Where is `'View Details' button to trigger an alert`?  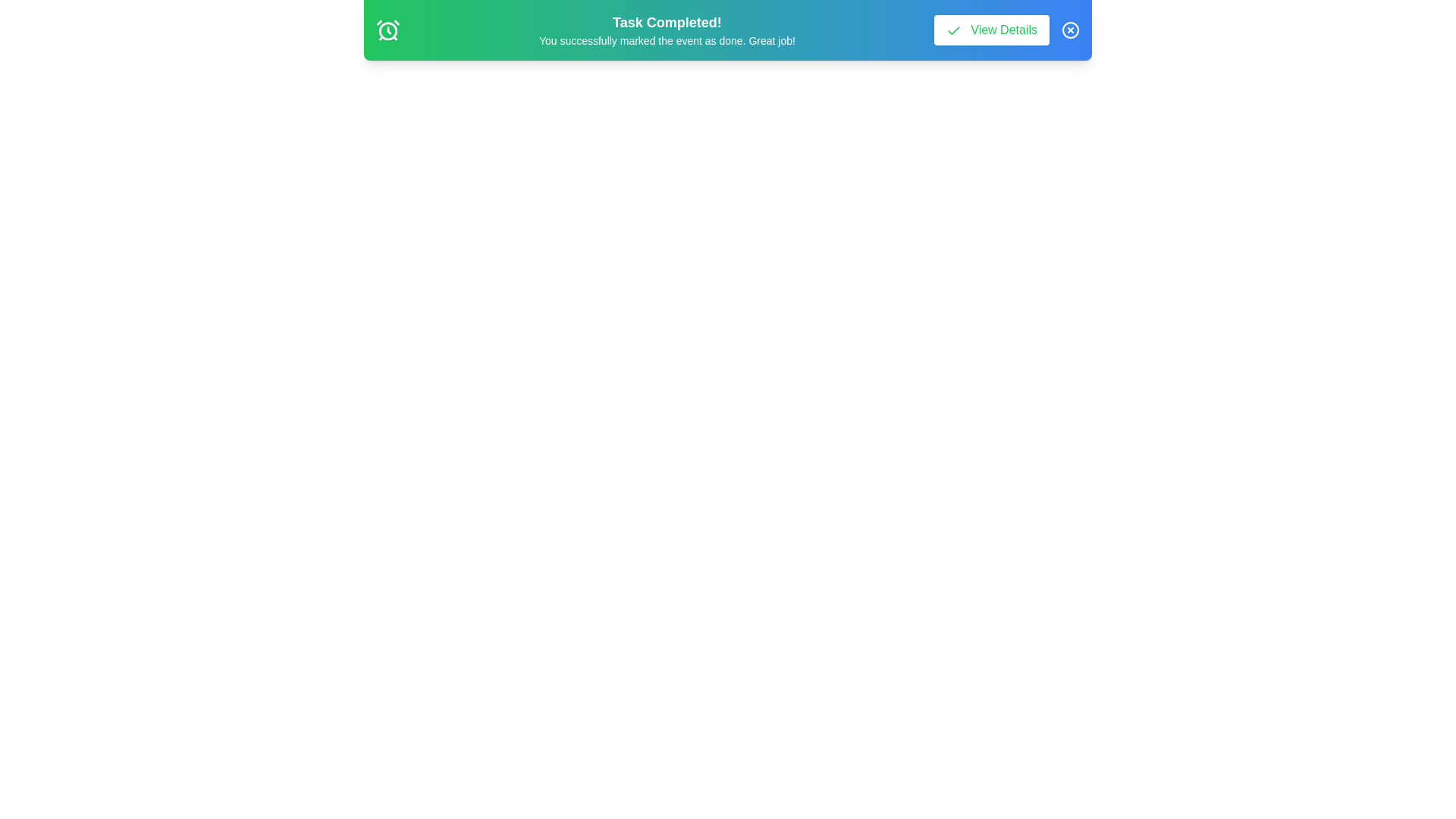 'View Details' button to trigger an alert is located at coordinates (991, 30).